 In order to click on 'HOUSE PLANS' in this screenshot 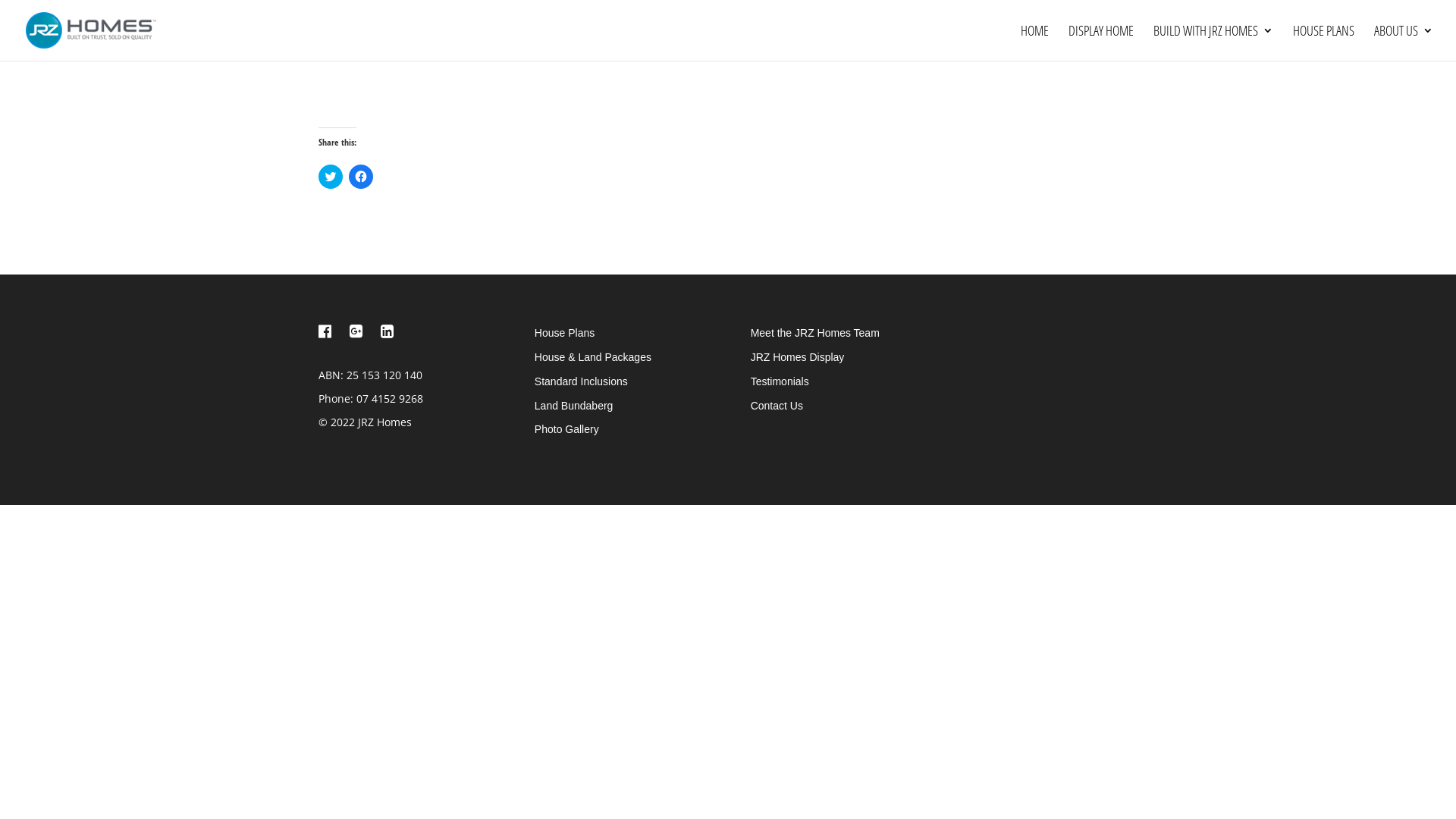, I will do `click(1291, 42)`.